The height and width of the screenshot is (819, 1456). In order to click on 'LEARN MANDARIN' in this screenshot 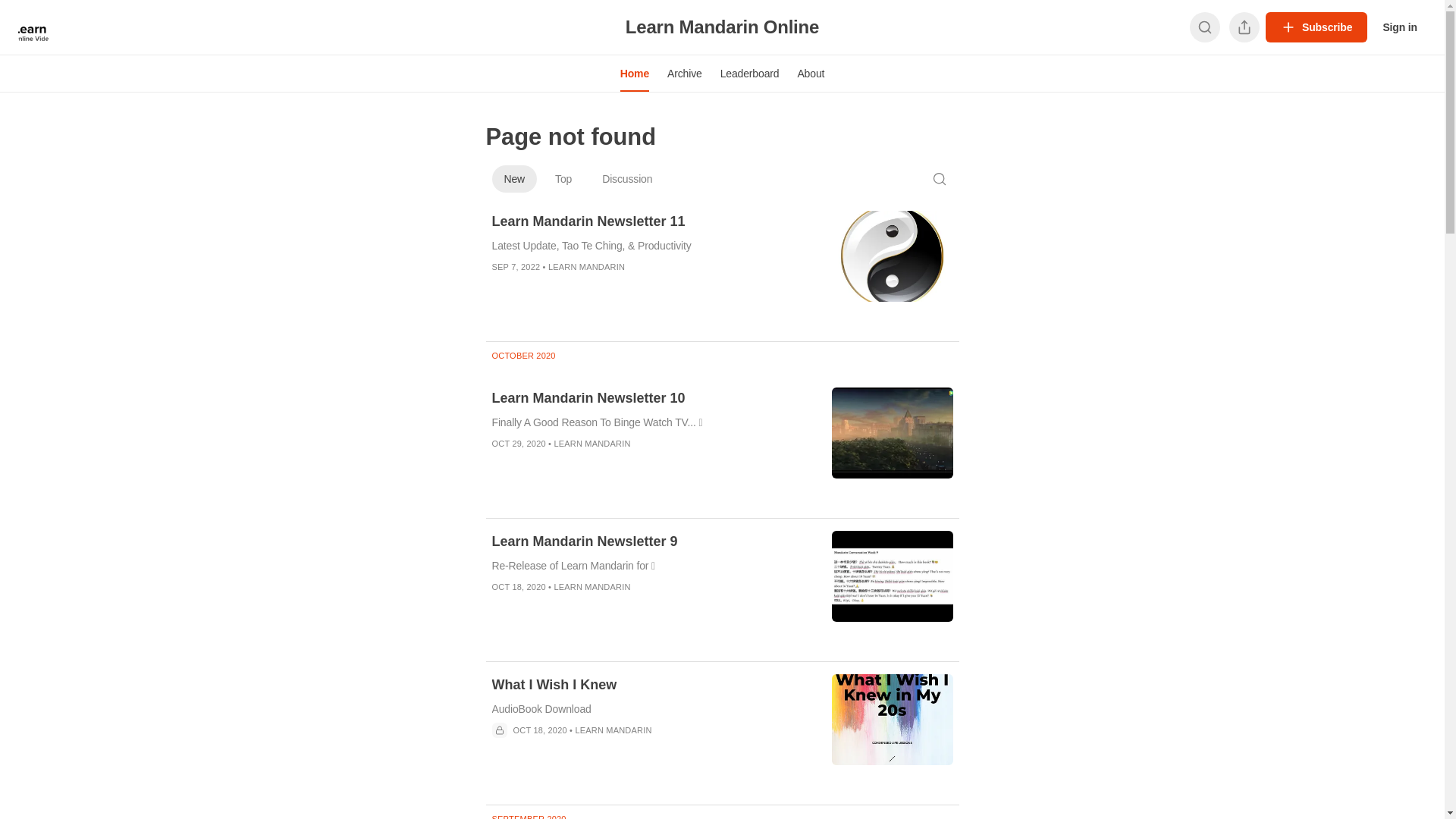, I will do `click(585, 265)`.